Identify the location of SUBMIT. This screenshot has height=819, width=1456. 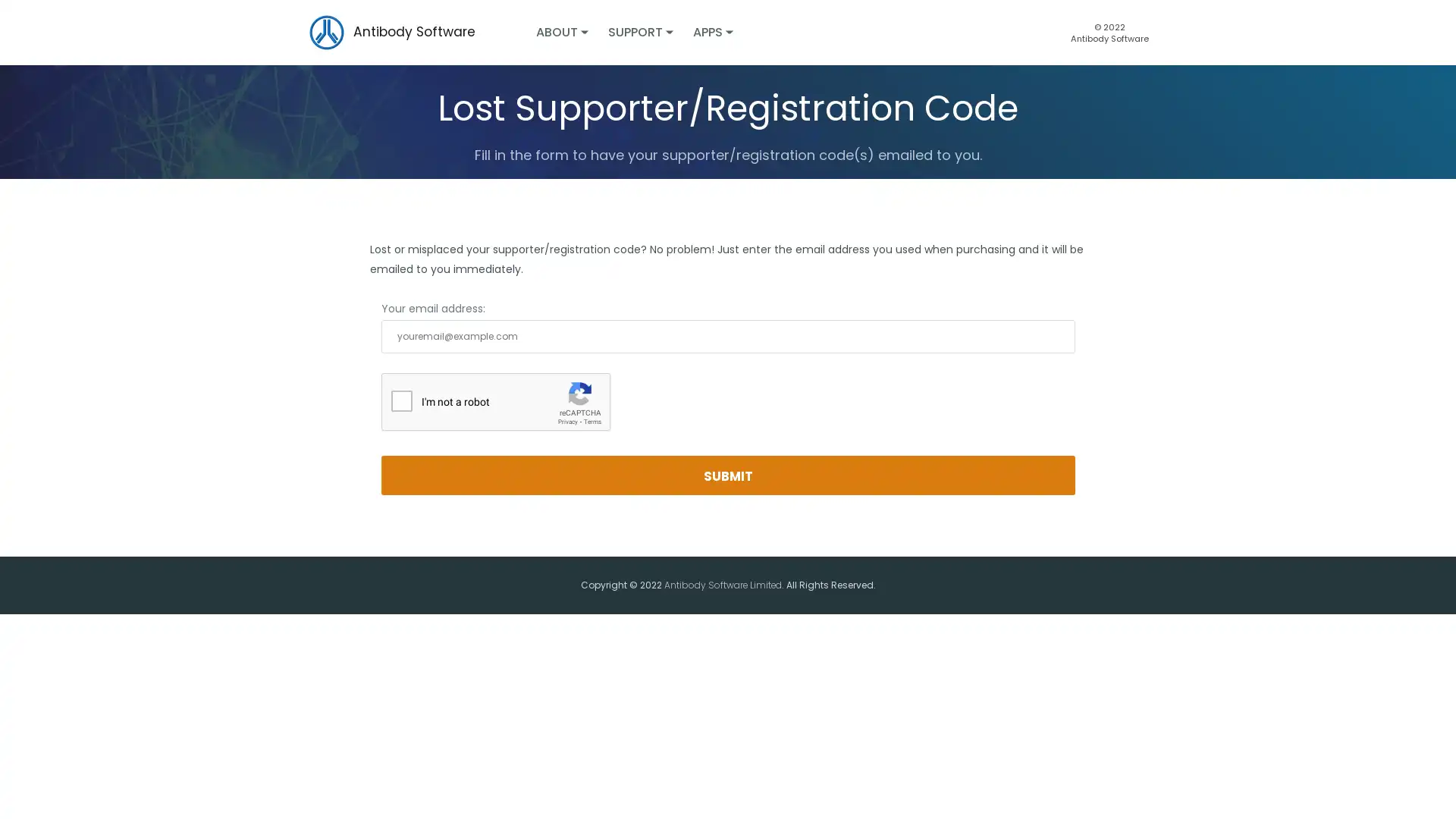
(726, 475).